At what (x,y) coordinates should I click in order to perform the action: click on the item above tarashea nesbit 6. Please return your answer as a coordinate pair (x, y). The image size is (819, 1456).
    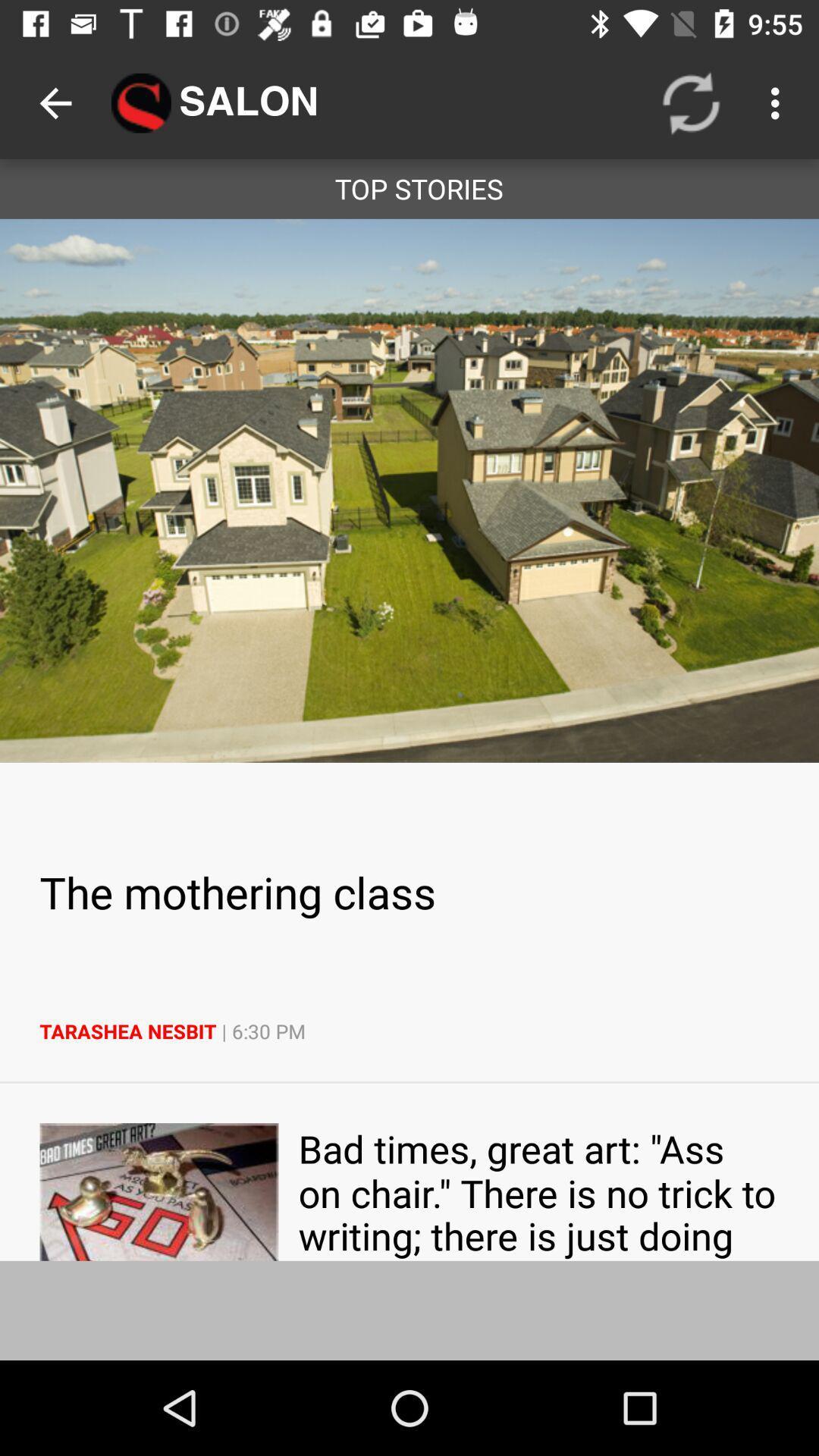
    Looking at the image, I should click on (409, 892).